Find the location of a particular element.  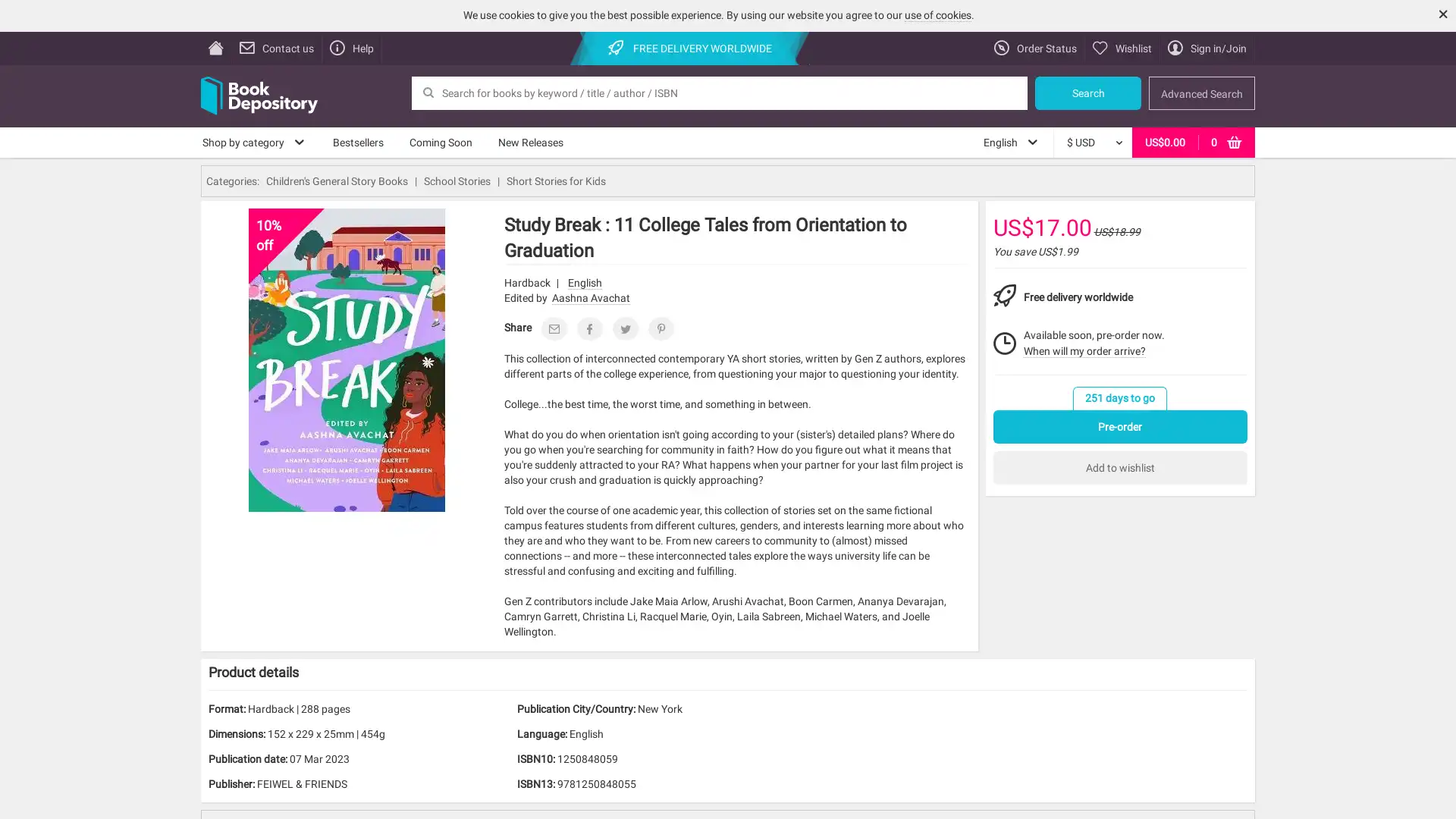

Search is located at coordinates (1087, 93).